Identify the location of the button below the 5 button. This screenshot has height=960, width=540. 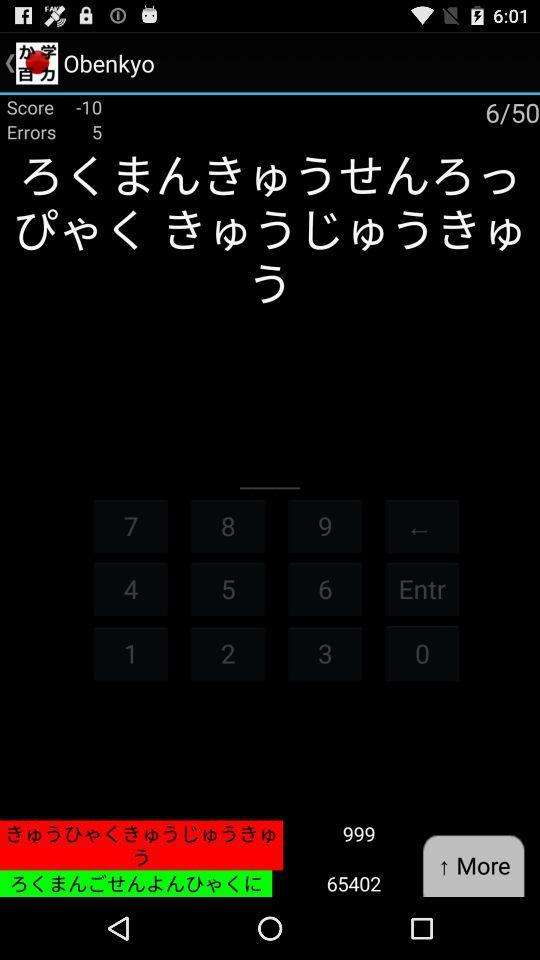
(226, 652).